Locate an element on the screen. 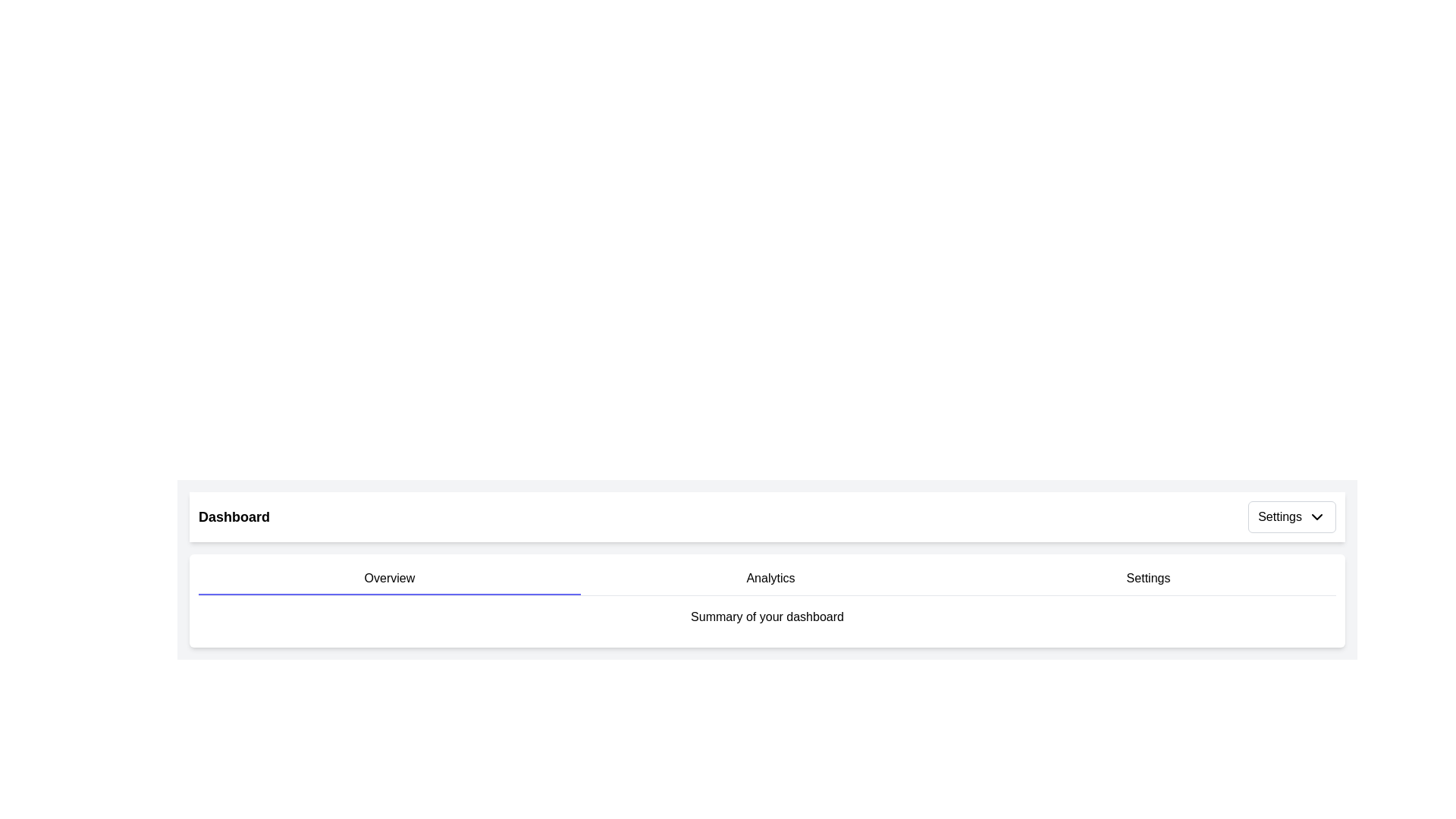 This screenshot has width=1456, height=819. the 'Settings' button located in the top-right corner of the header bar is located at coordinates (1291, 516).